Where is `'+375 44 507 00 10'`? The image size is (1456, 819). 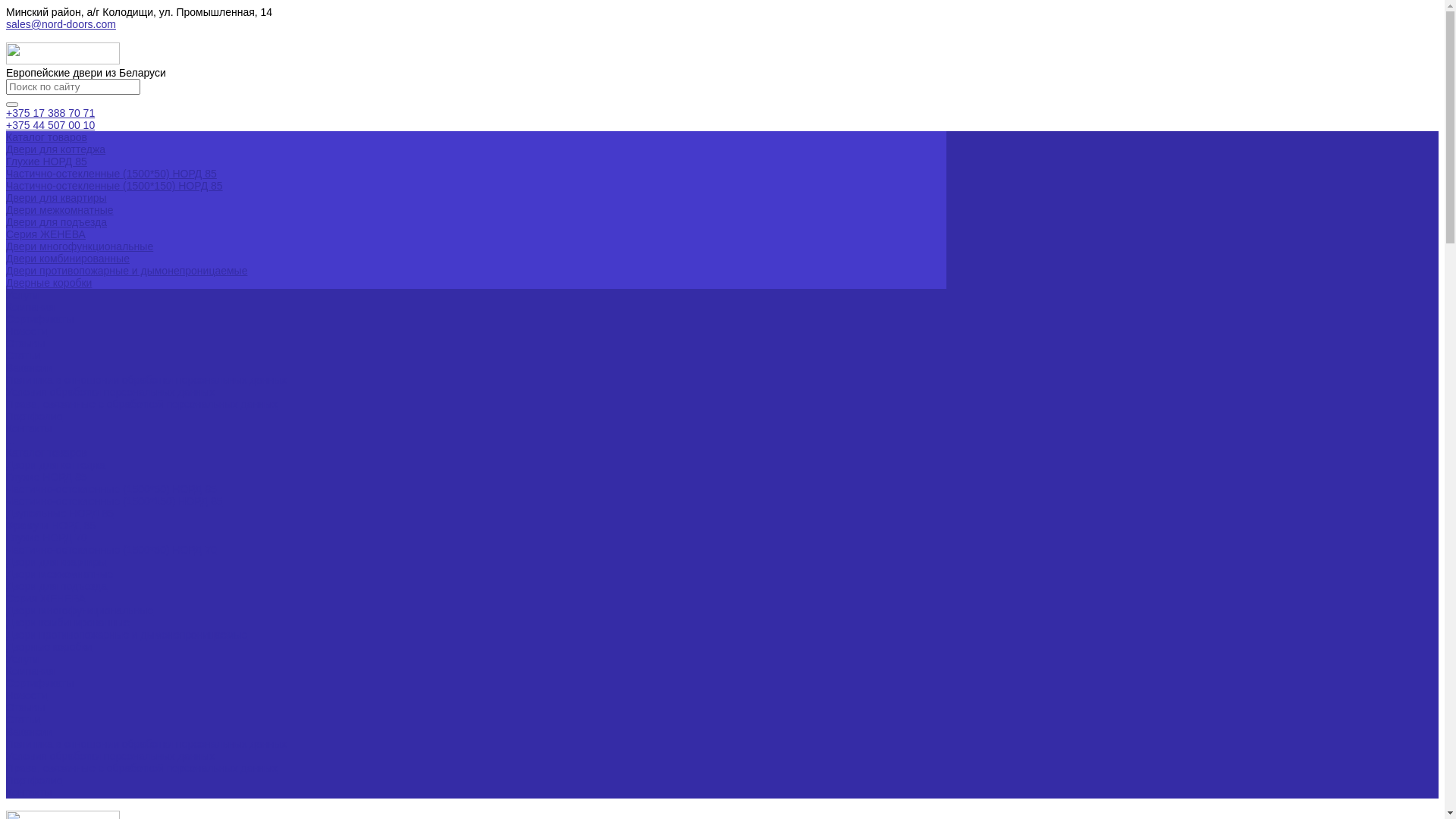
'+375 44 507 00 10' is located at coordinates (50, 124).